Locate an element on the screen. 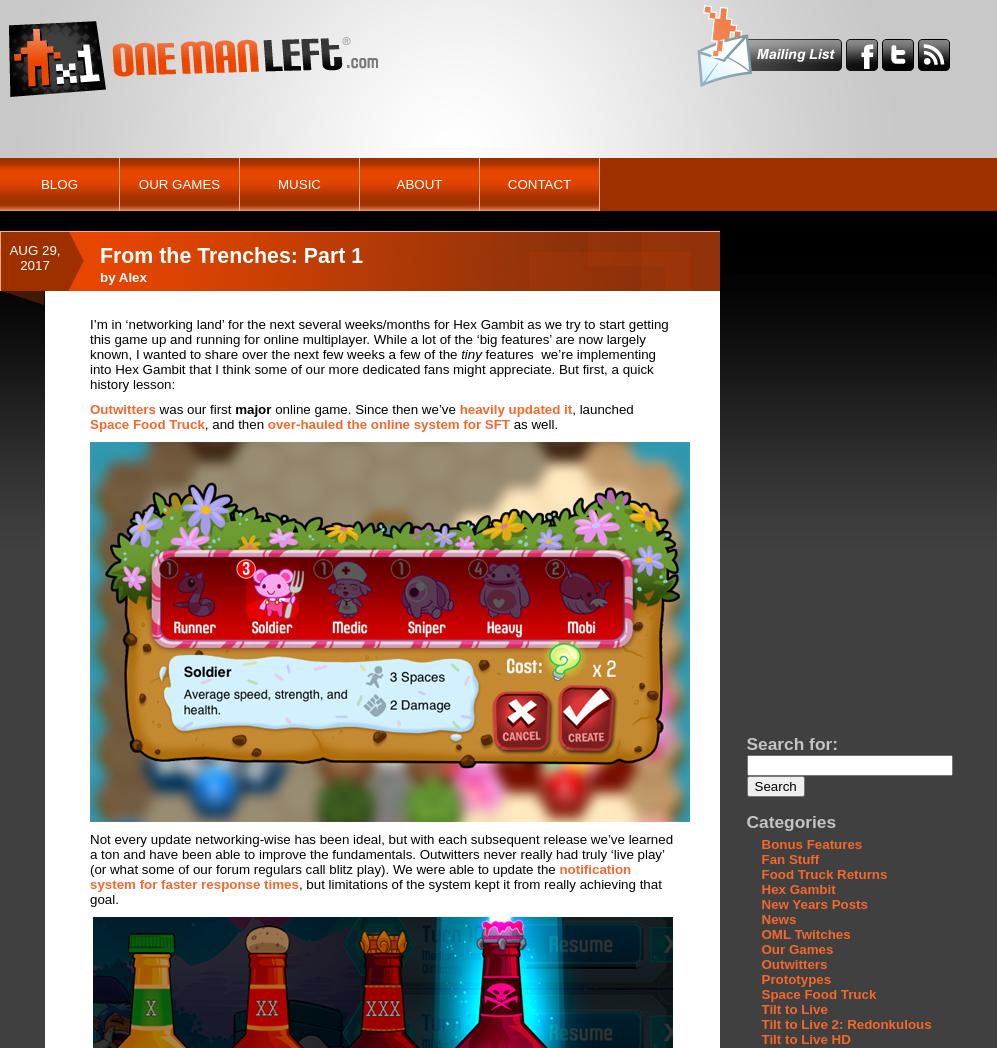 This screenshot has width=997, height=1048. 'Aug 29, 2017' is located at coordinates (34, 258).